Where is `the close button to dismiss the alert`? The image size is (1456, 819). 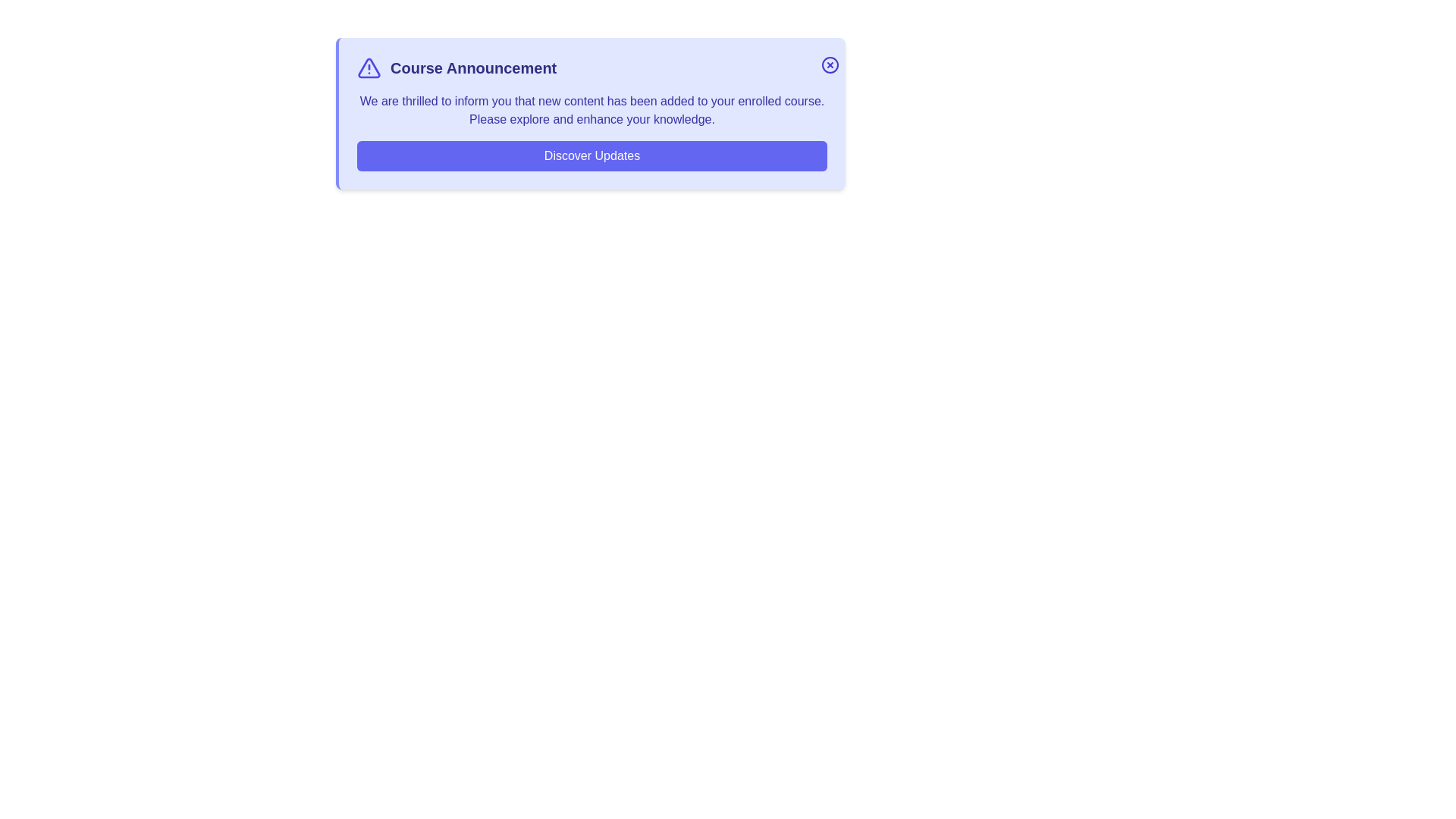
the close button to dismiss the alert is located at coordinates (829, 64).